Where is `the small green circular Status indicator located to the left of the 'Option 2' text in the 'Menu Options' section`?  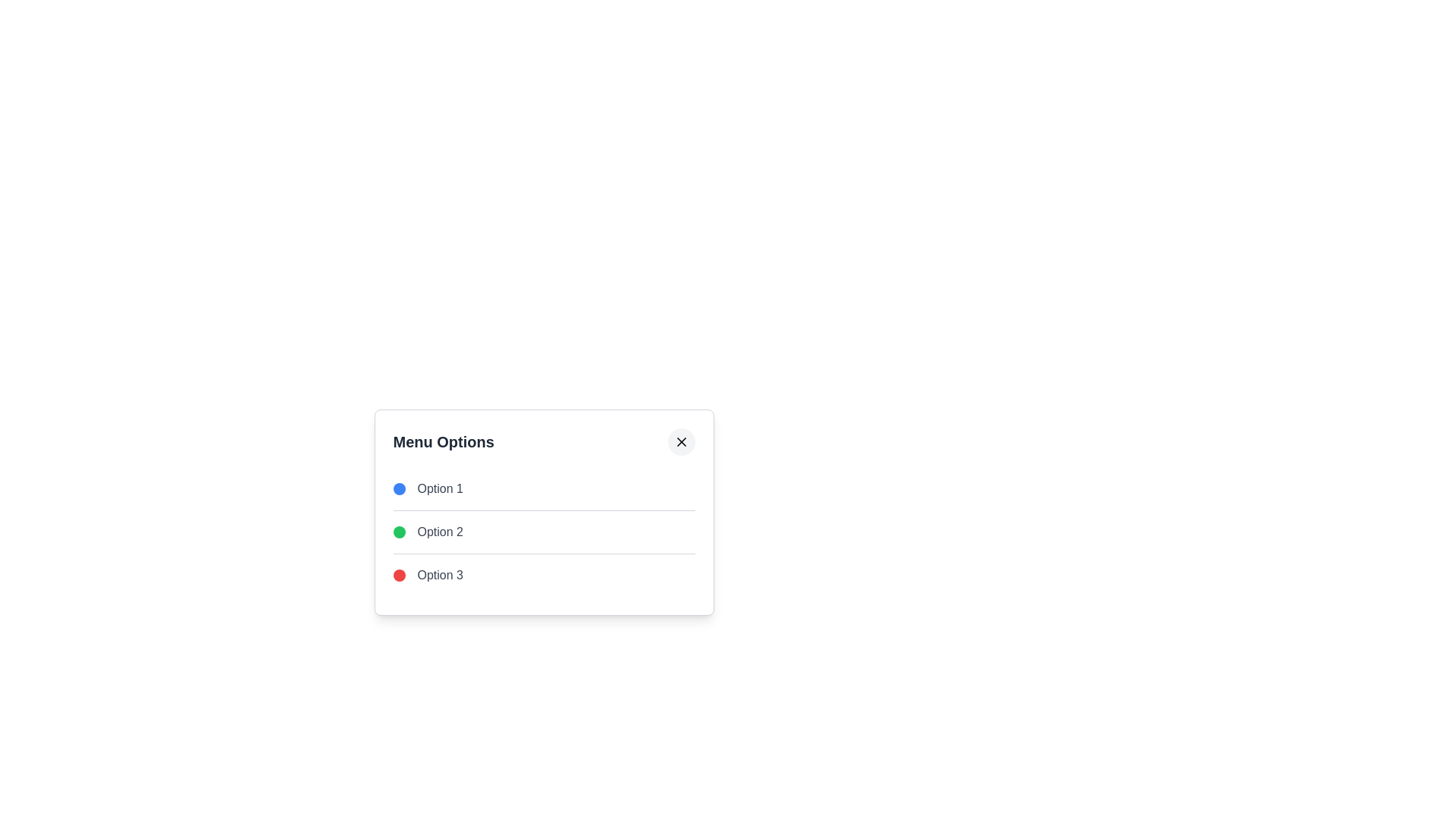
the small green circular Status indicator located to the left of the 'Option 2' text in the 'Menu Options' section is located at coordinates (399, 532).